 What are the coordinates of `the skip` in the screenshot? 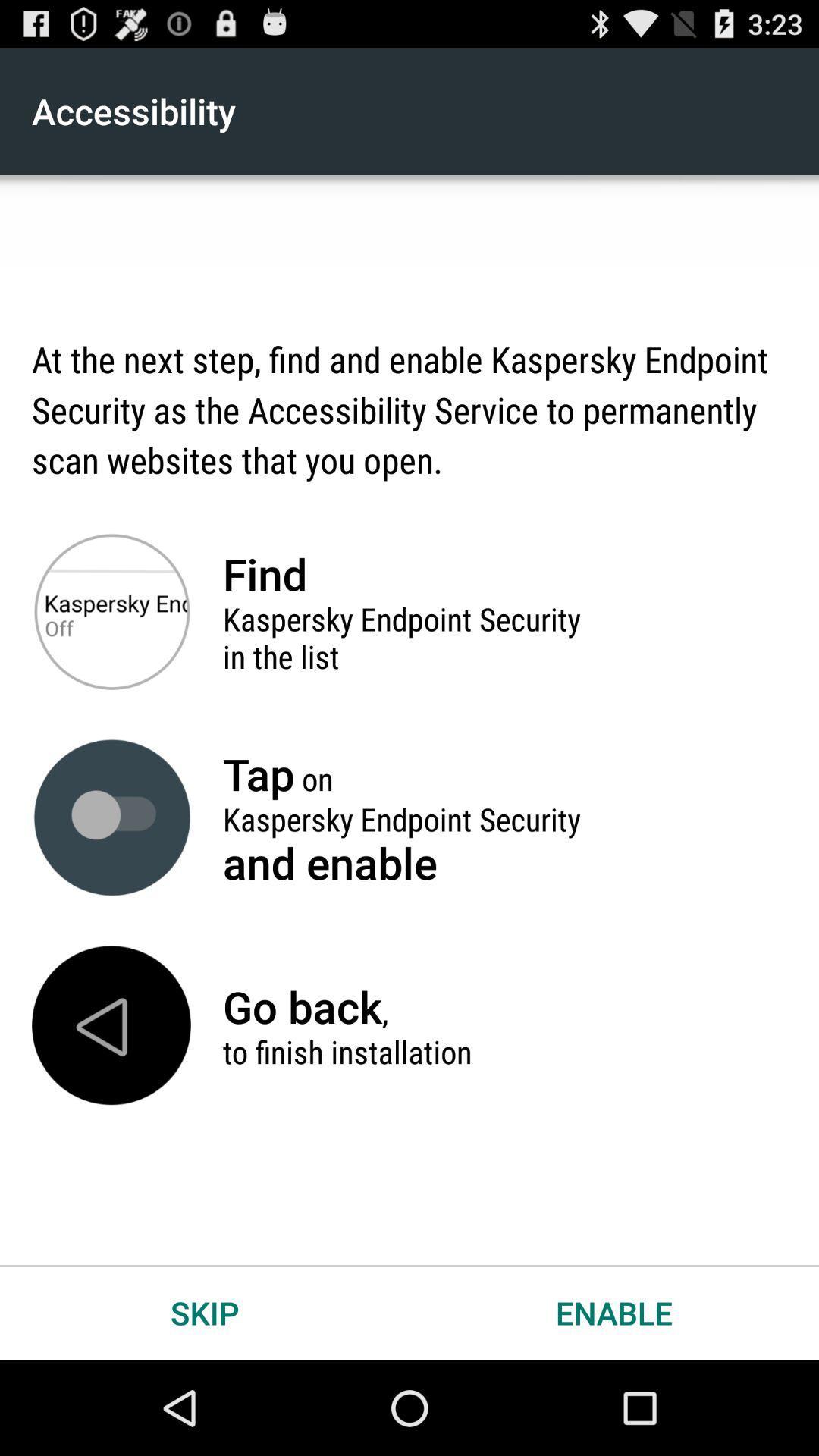 It's located at (205, 1312).